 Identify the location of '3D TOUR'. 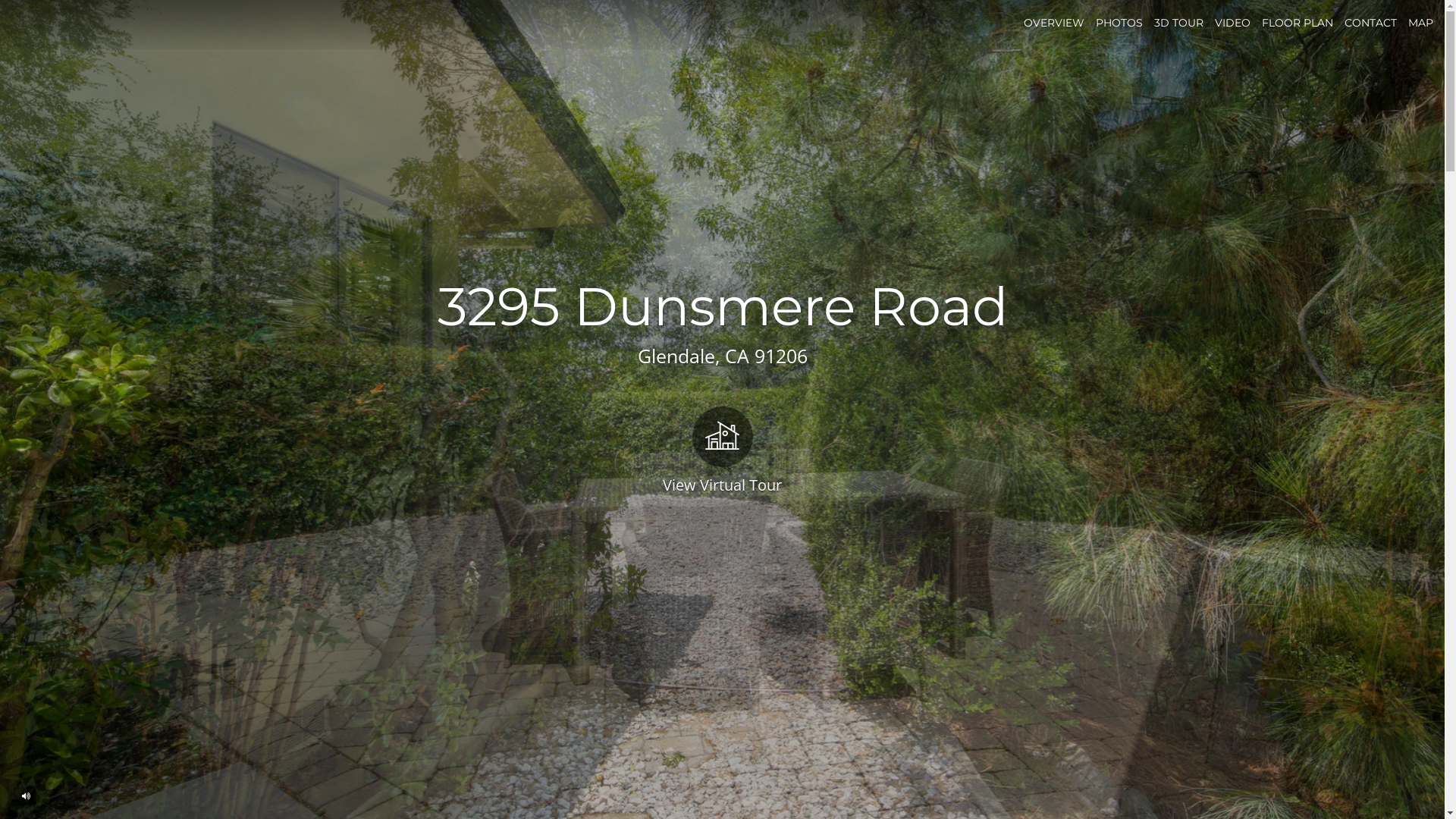
(1178, 23).